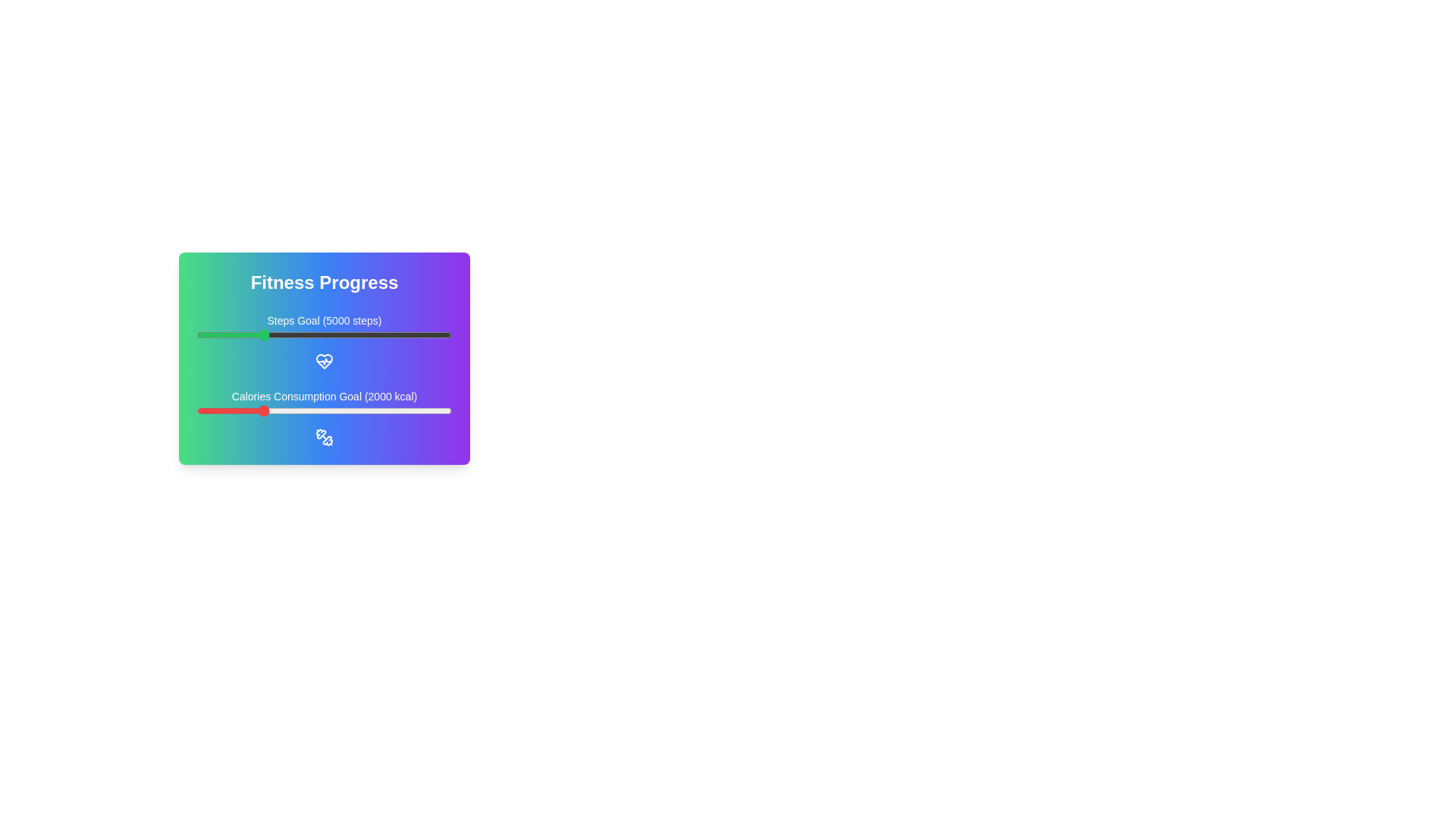 This screenshot has height=819, width=1456. Describe the element at coordinates (443, 411) in the screenshot. I see `the calories goal` at that location.